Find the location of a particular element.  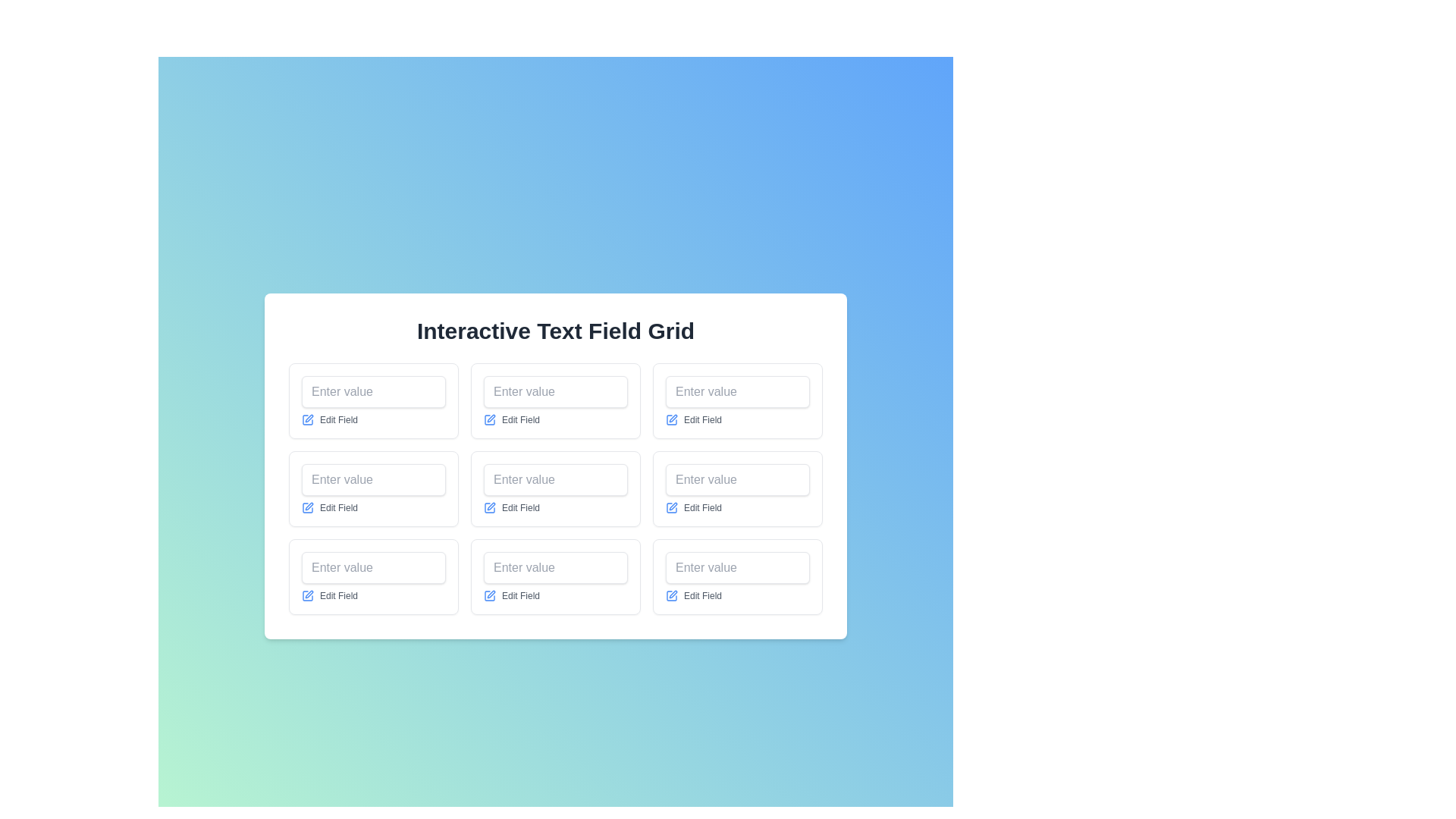

the edit icon located in the bottom row, middle column of the grid layout, which serves as a visual cue for editing or customization is located at coordinates (491, 506).